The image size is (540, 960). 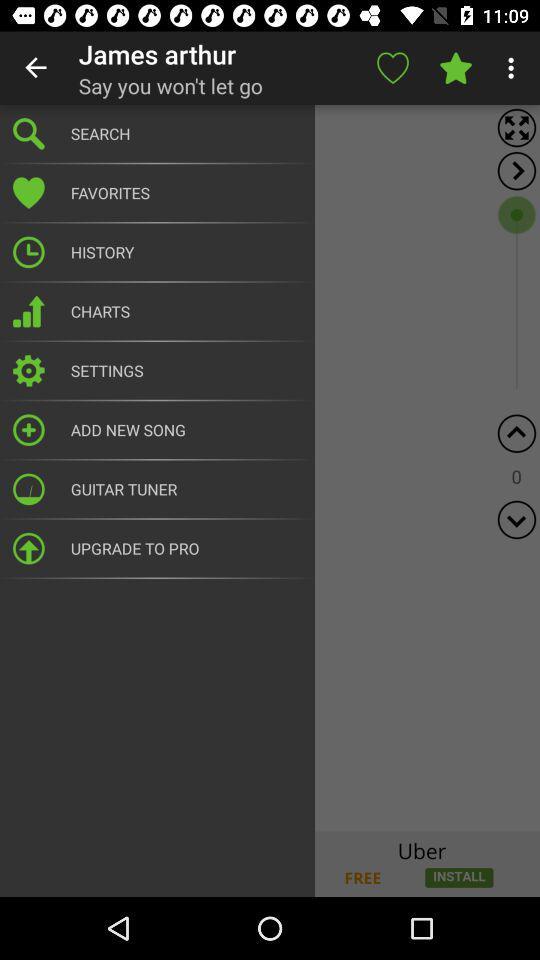 What do you see at coordinates (270, 863) in the screenshot?
I see `banner advertisement` at bounding box center [270, 863].